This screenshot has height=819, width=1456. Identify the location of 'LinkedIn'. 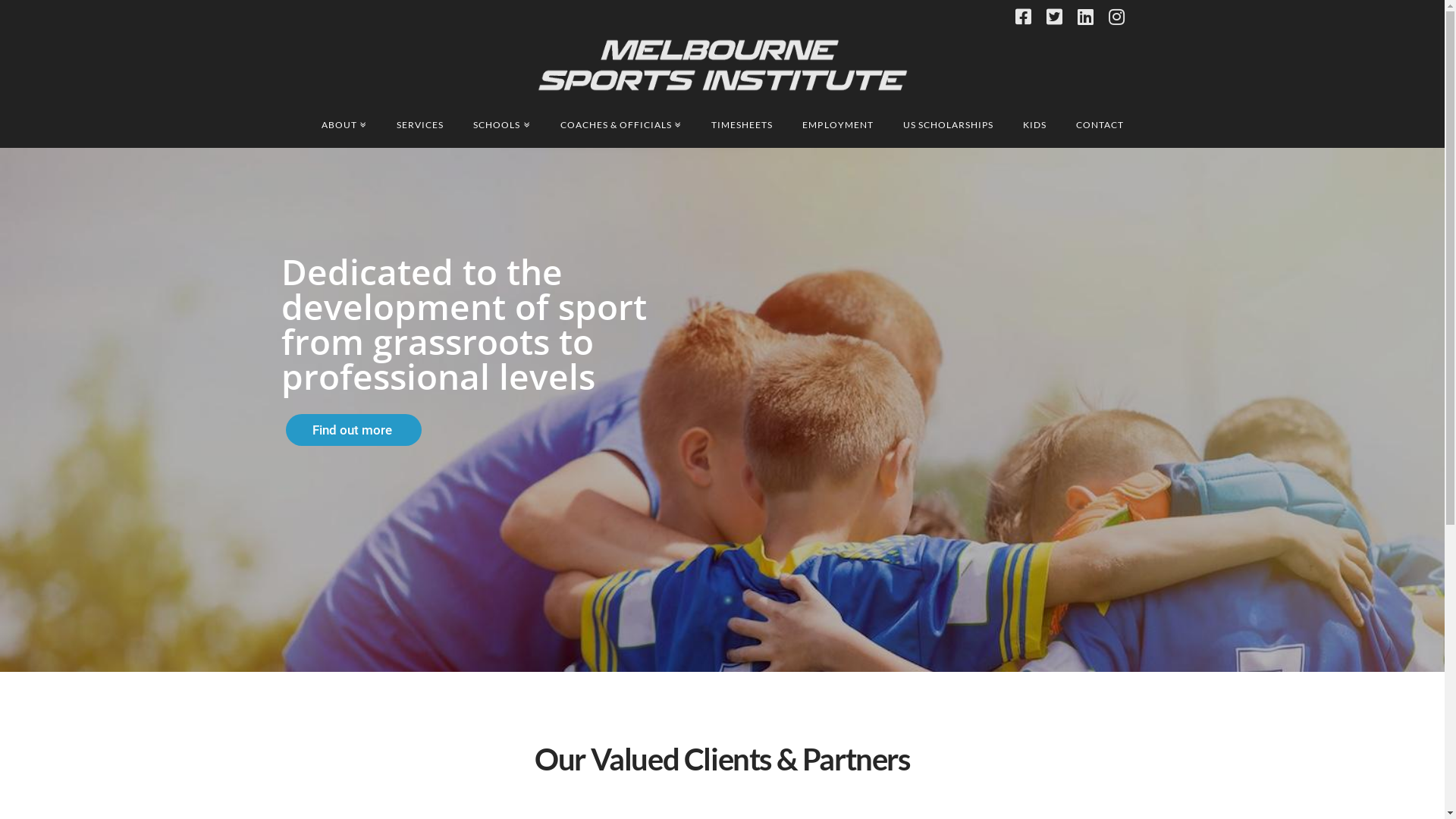
(1084, 17).